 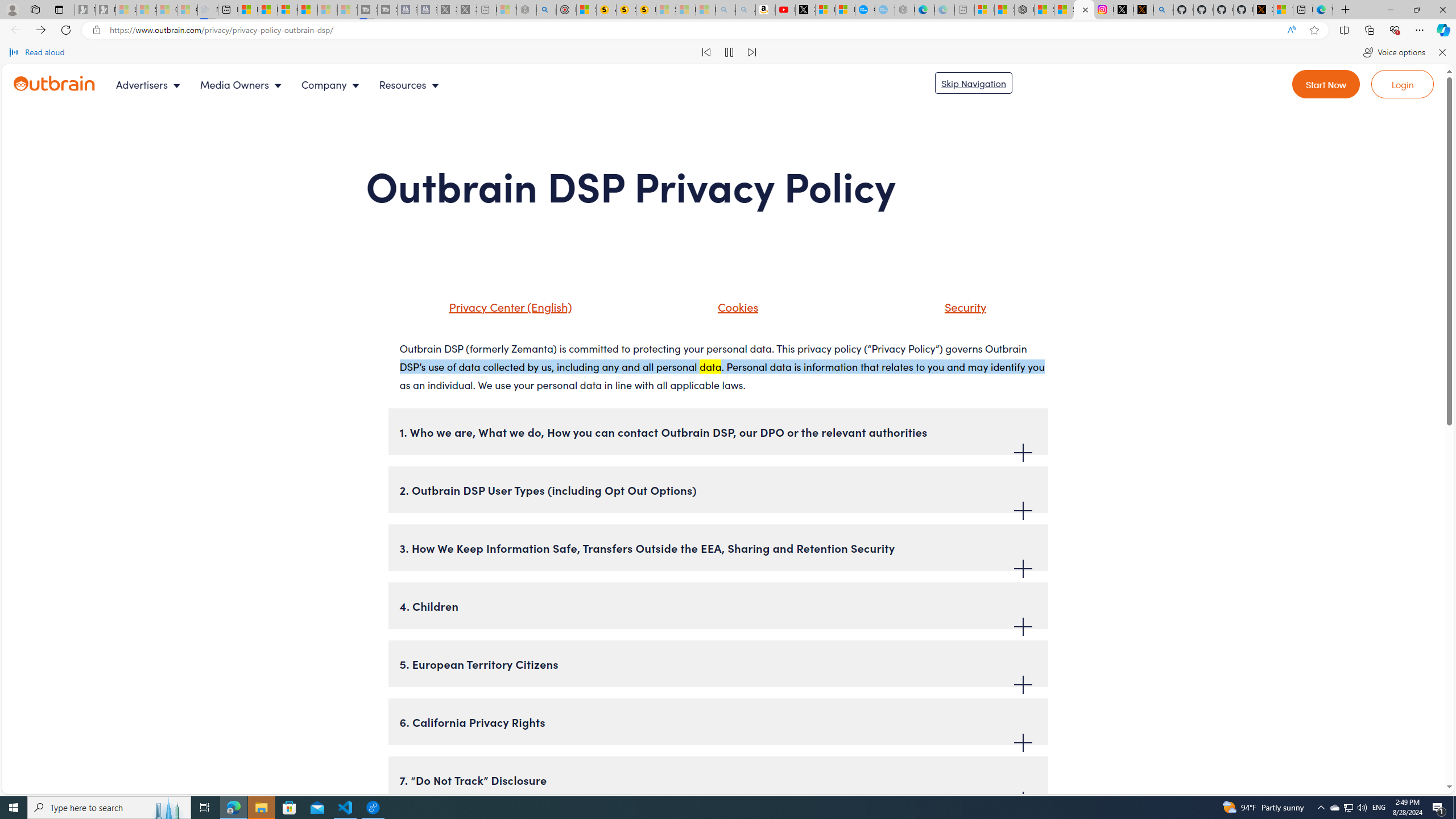 What do you see at coordinates (105, 9) in the screenshot?
I see `'Newsletter Sign Up - Sleeping'` at bounding box center [105, 9].